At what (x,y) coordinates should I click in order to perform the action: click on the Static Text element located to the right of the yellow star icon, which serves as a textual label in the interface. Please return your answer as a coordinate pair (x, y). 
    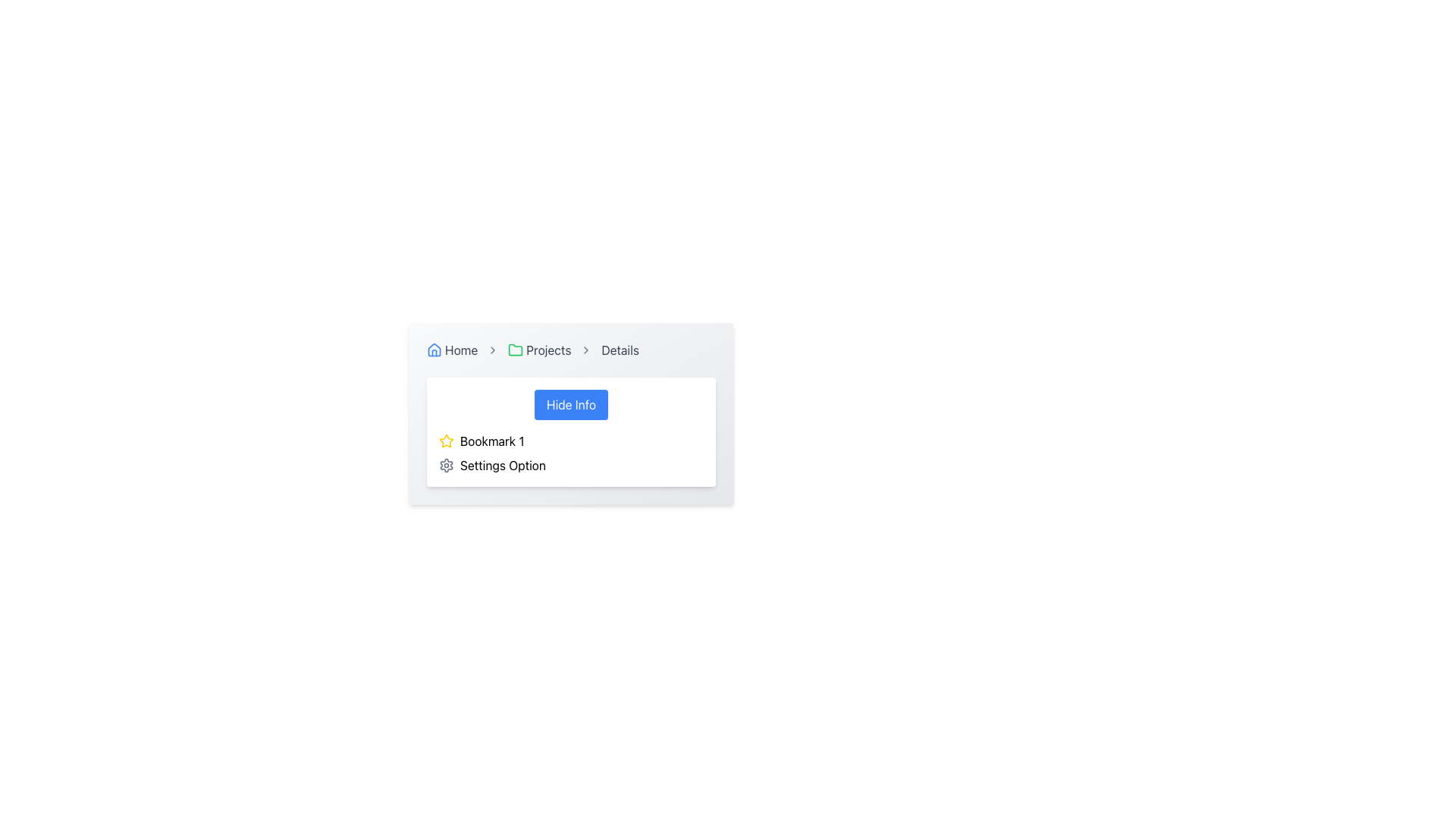
    Looking at the image, I should click on (492, 441).